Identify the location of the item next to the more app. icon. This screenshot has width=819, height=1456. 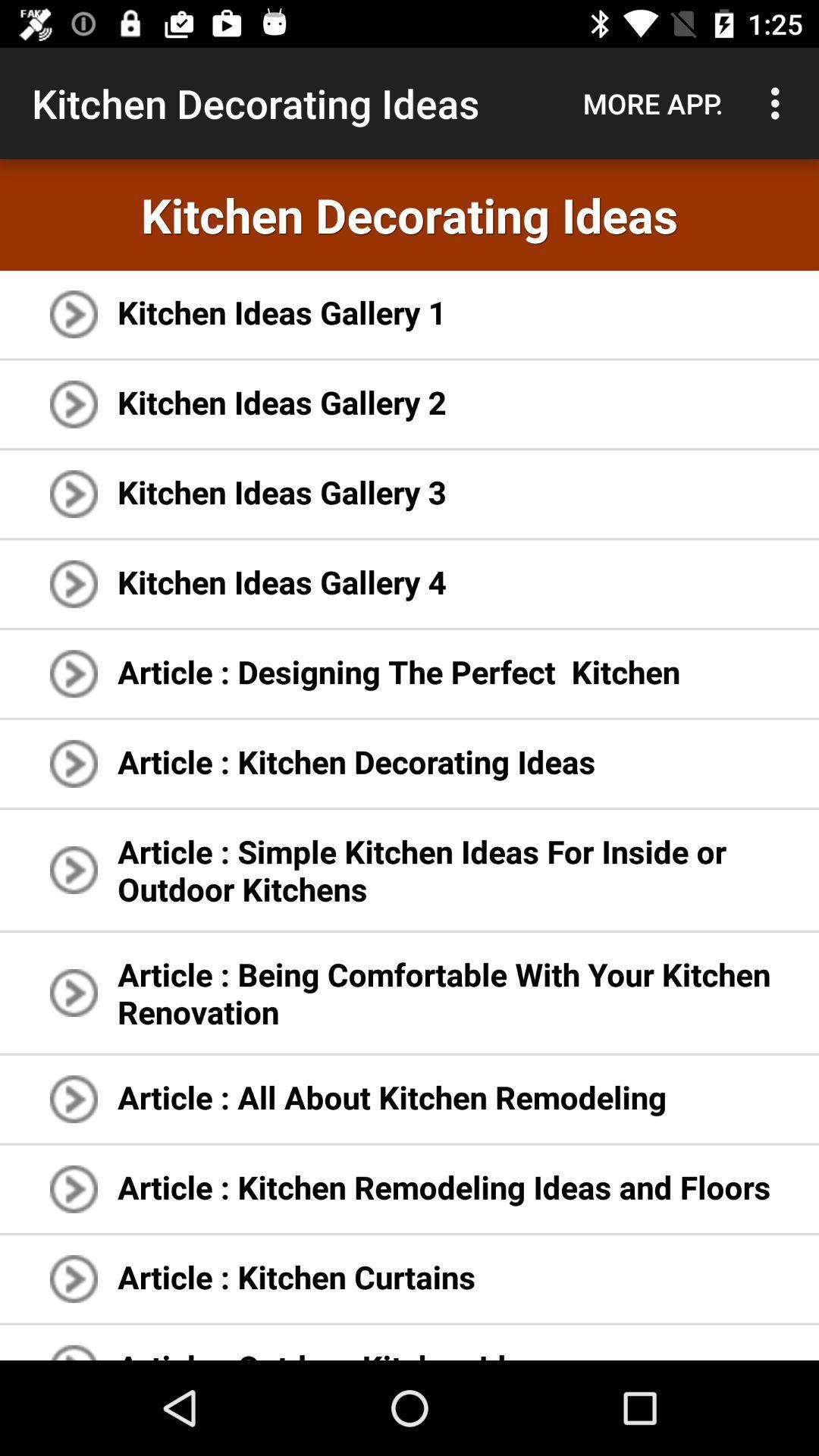
(779, 102).